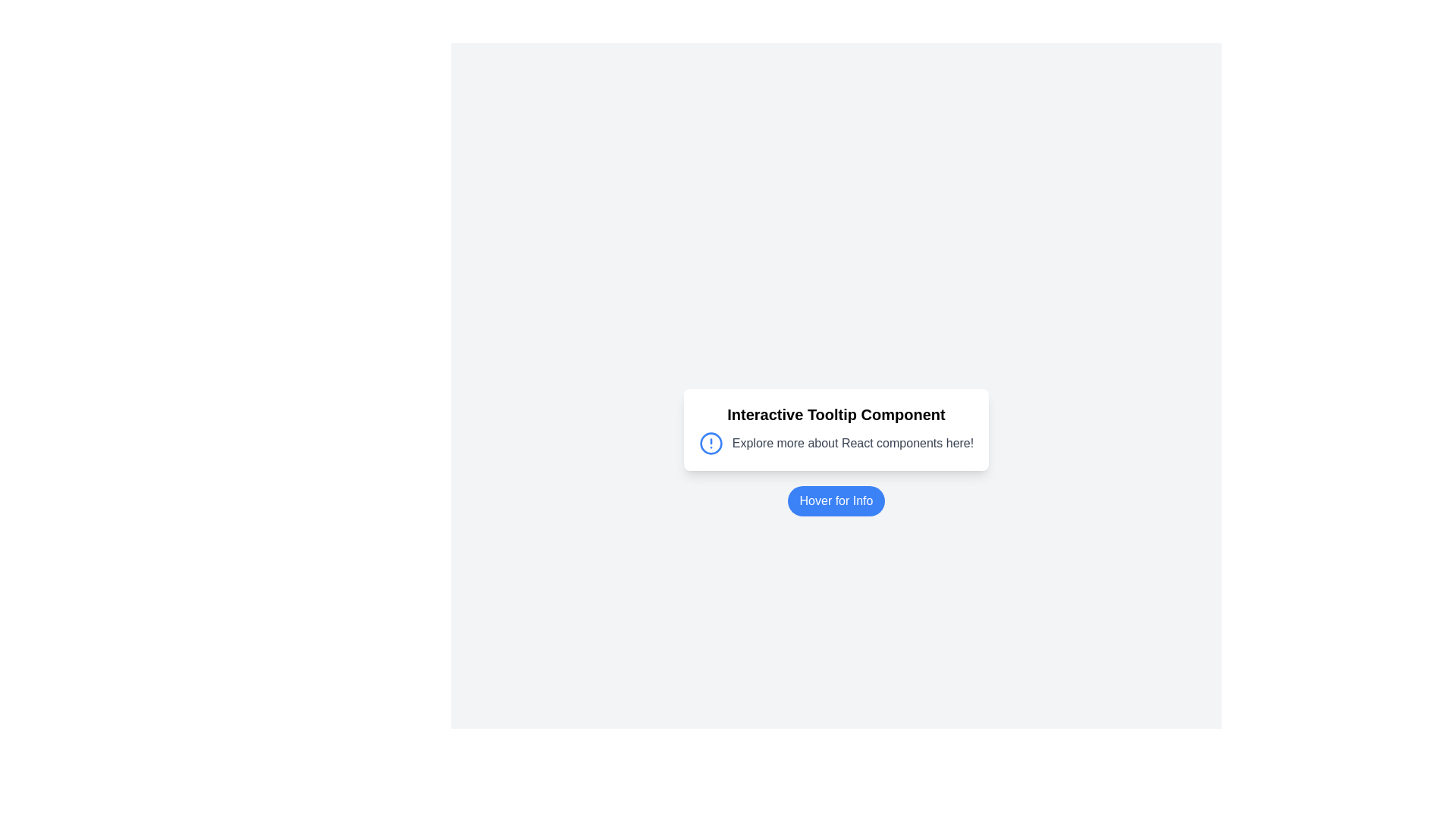 The height and width of the screenshot is (819, 1456). I want to click on the informational tooltip that provides context or guidance about React components, located above the 'Hover for Info' button, so click(836, 430).